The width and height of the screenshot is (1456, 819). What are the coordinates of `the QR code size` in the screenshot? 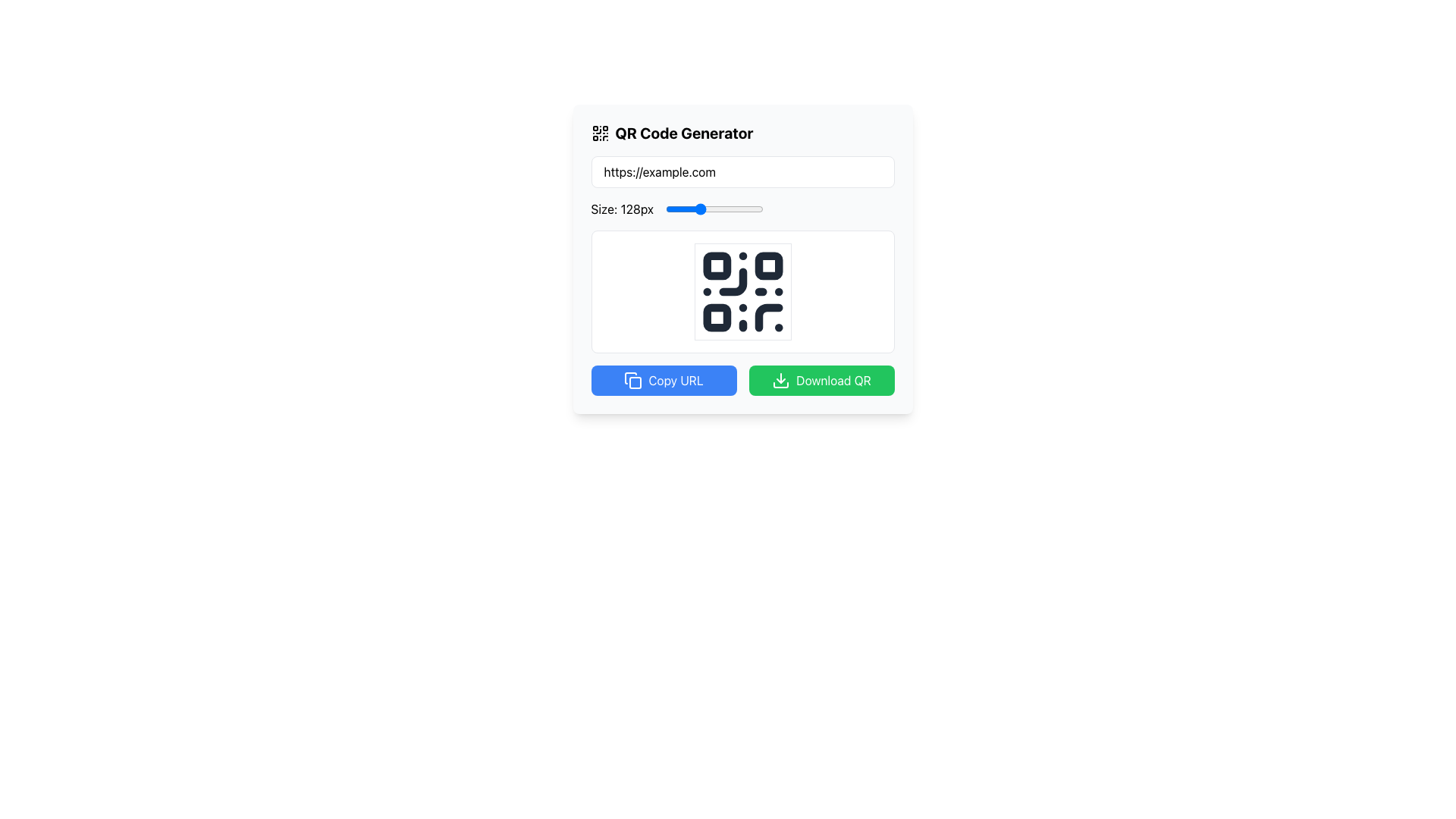 It's located at (692, 209).